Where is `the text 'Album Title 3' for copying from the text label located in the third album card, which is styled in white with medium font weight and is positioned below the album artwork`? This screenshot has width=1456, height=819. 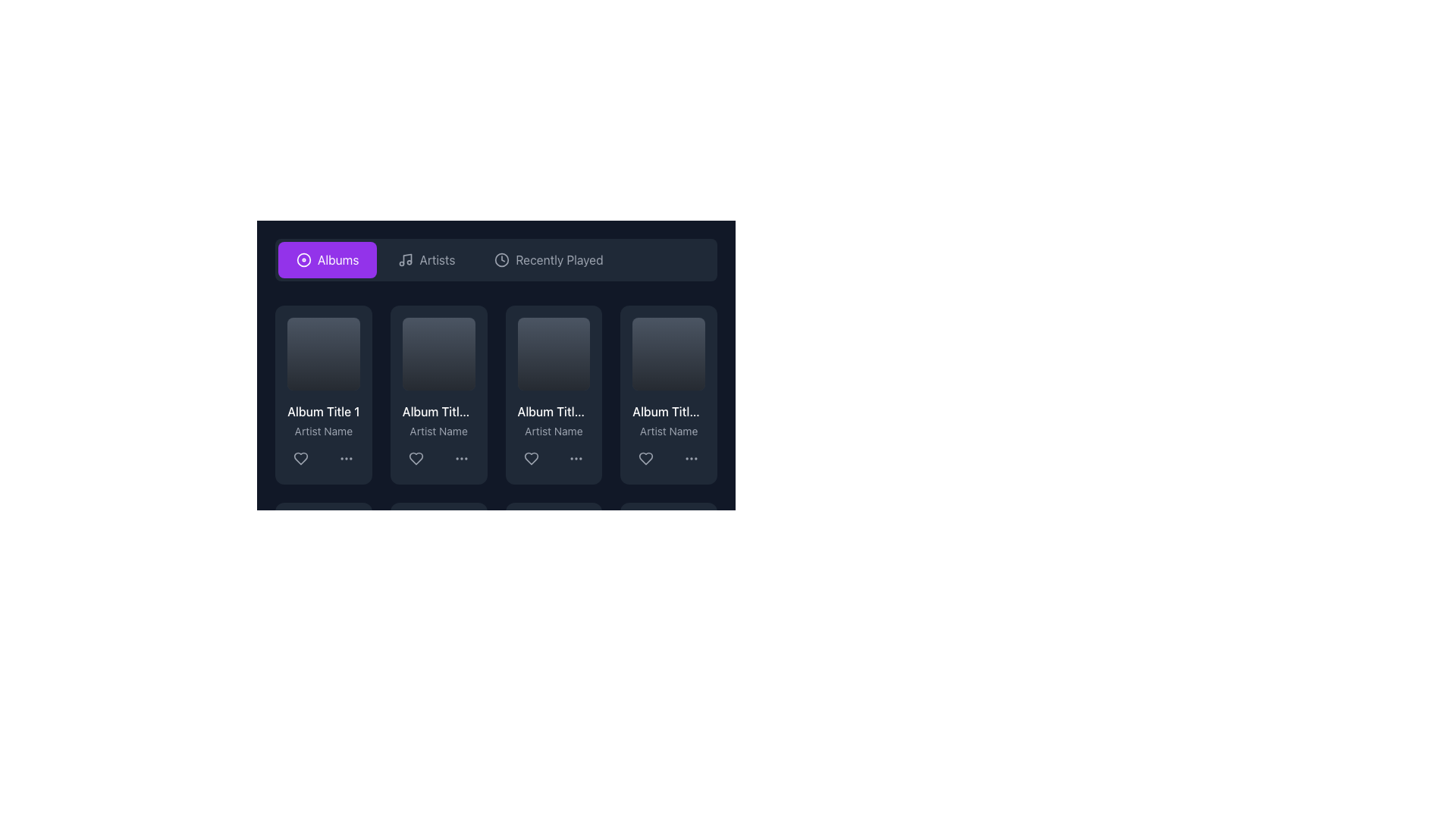 the text 'Album Title 3' for copying from the text label located in the third album card, which is styled in white with medium font weight and is positioned below the album artwork is located at coordinates (553, 411).